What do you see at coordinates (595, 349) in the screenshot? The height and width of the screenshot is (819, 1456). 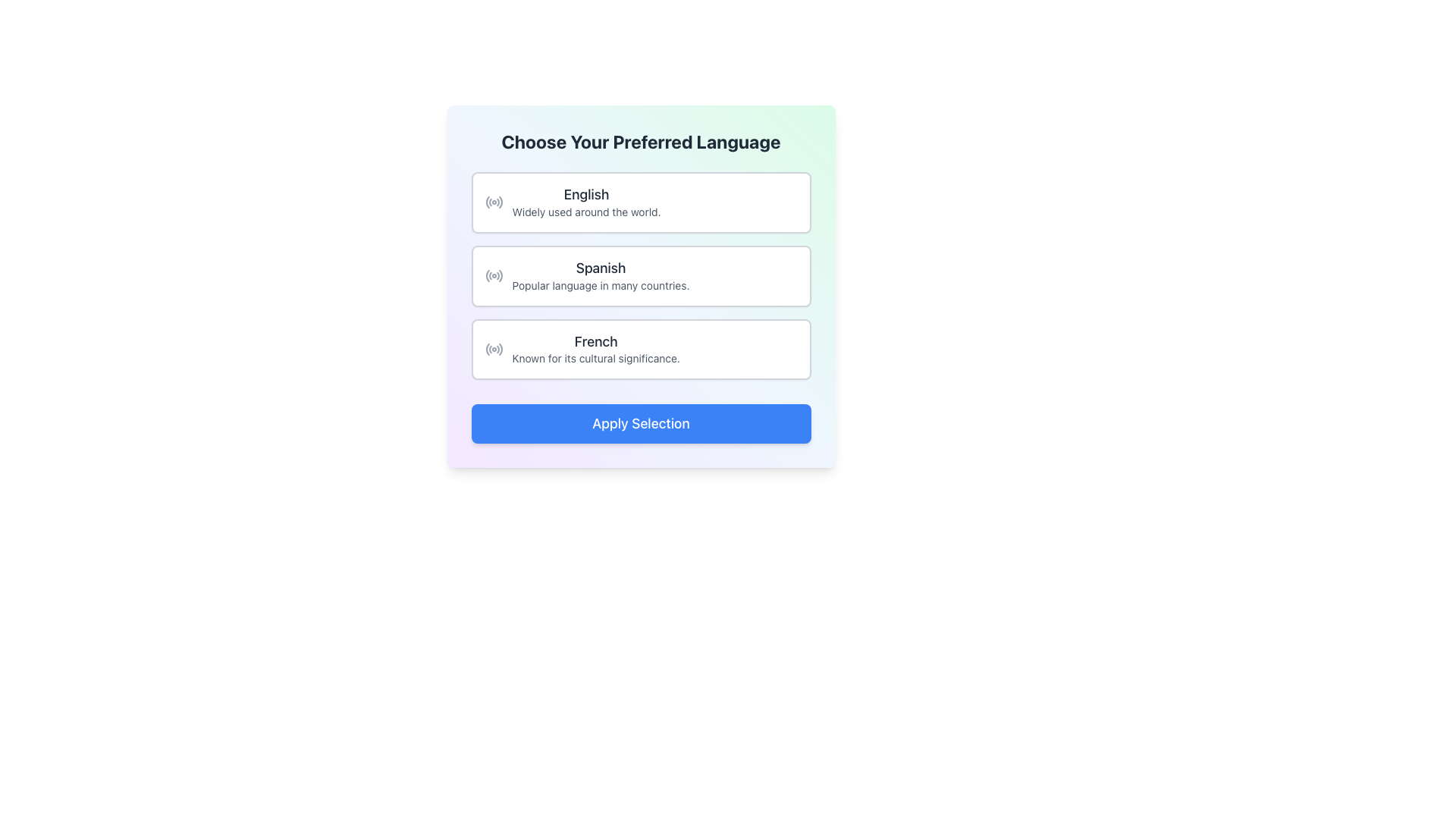 I see `the third interactive card labeled 'French'` at bounding box center [595, 349].